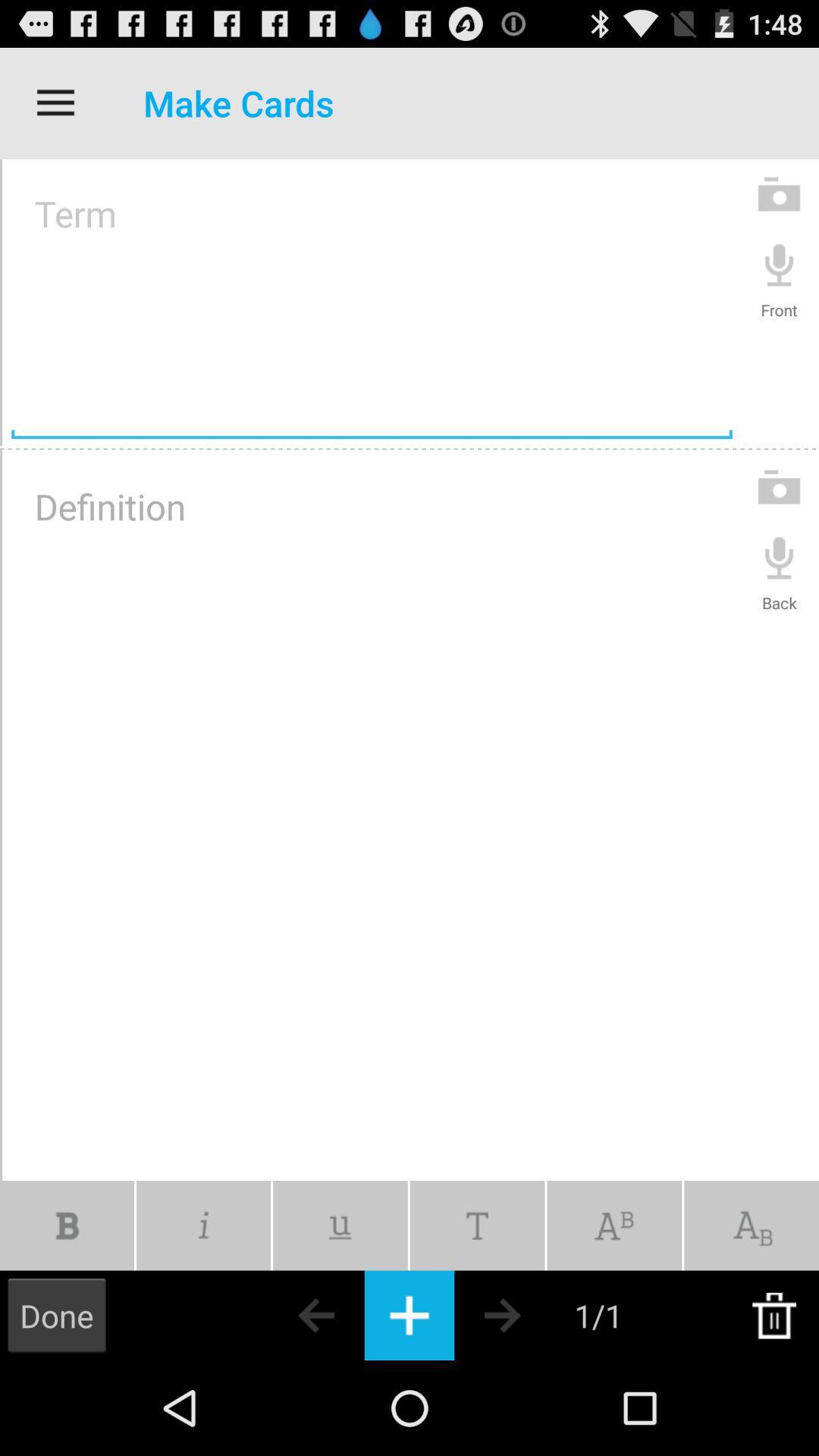 The image size is (819, 1456). I want to click on microphone, so click(779, 264).